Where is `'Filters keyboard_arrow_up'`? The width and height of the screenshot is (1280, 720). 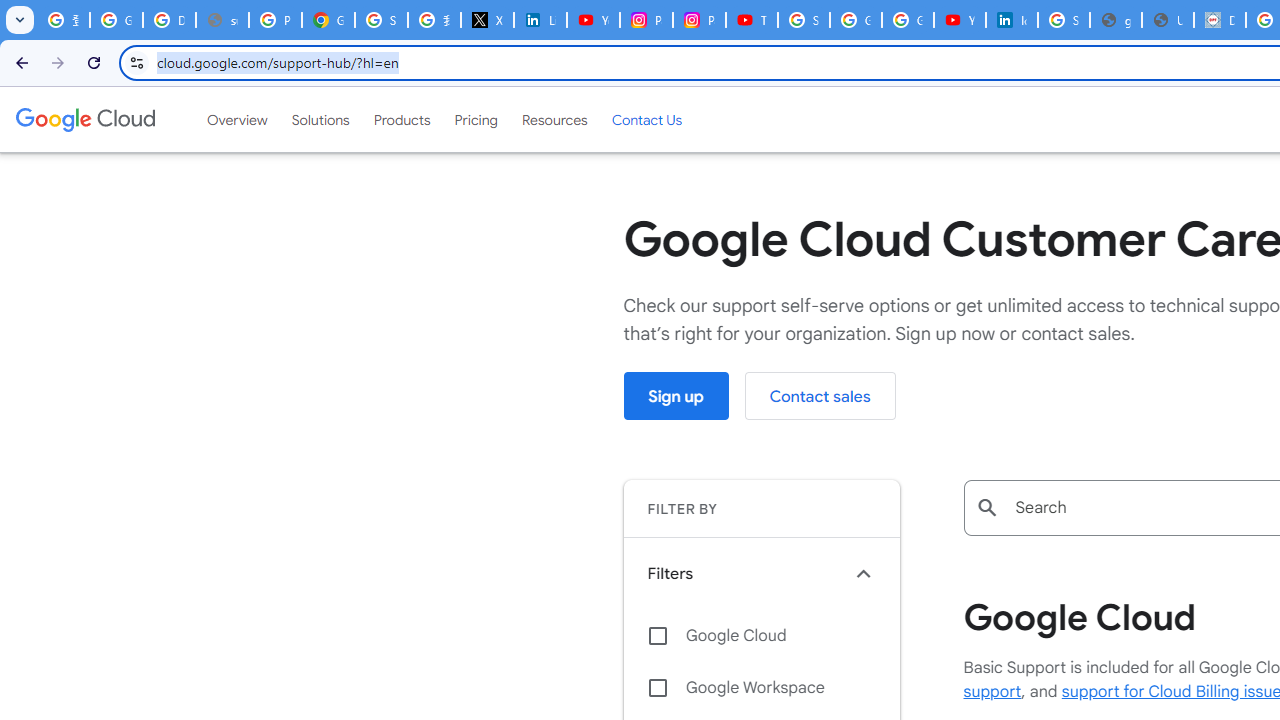 'Filters keyboard_arrow_up' is located at coordinates (760, 573).